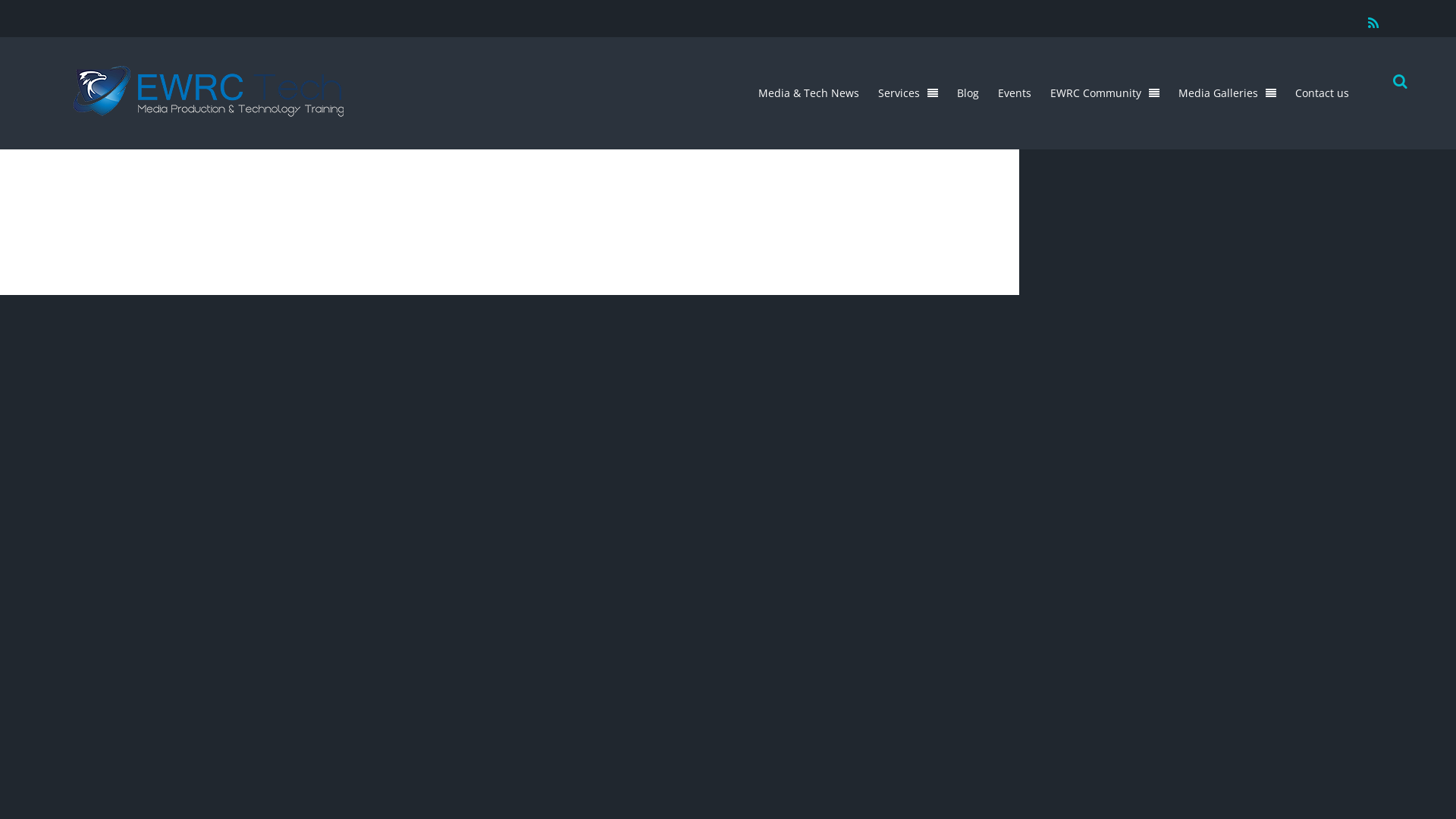 Image resolution: width=1456 pixels, height=819 pixels. What do you see at coordinates (1321, 93) in the screenshot?
I see `'Contact us'` at bounding box center [1321, 93].